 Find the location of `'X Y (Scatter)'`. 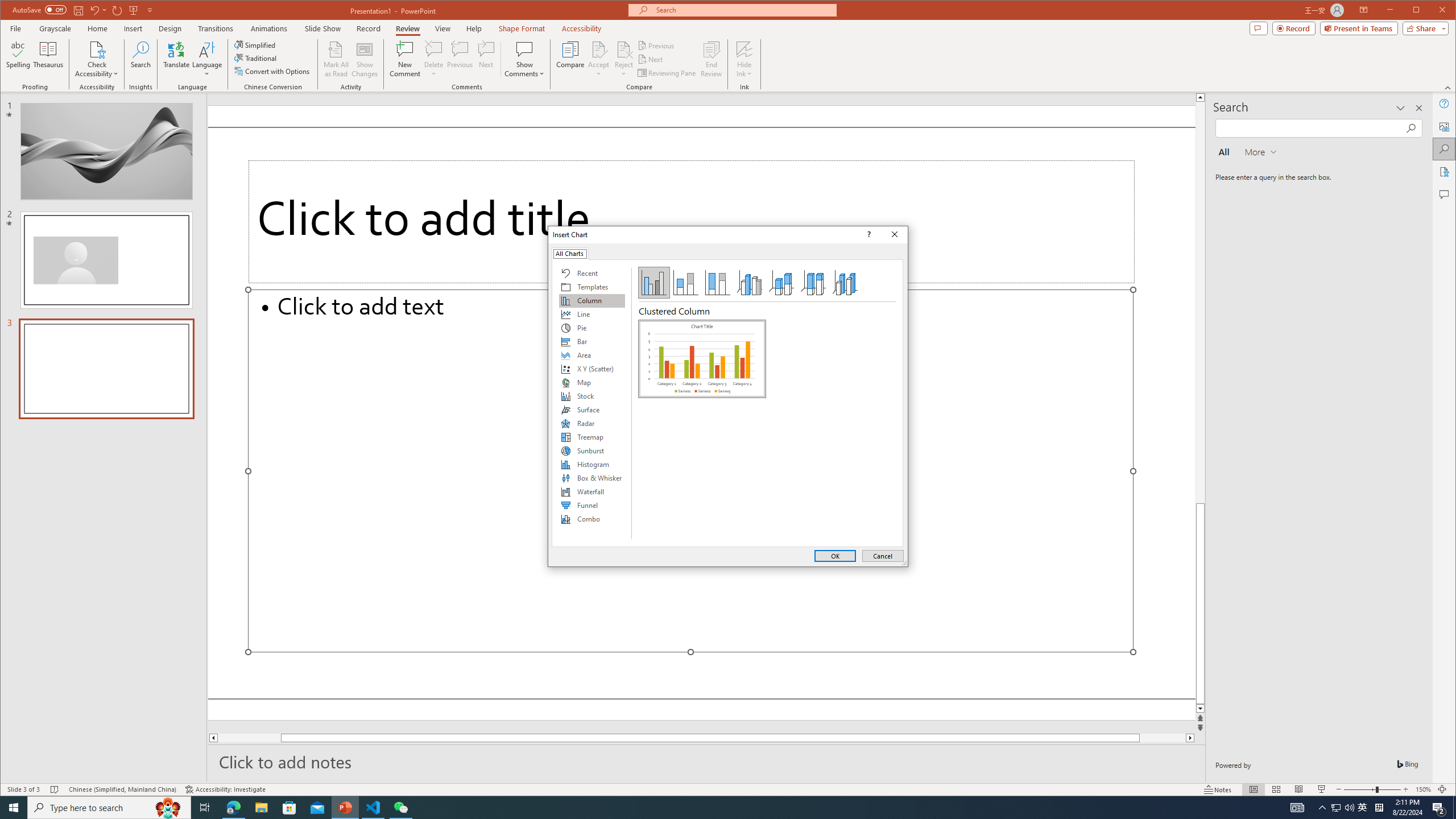

'X Y (Scatter)' is located at coordinates (591, 368).